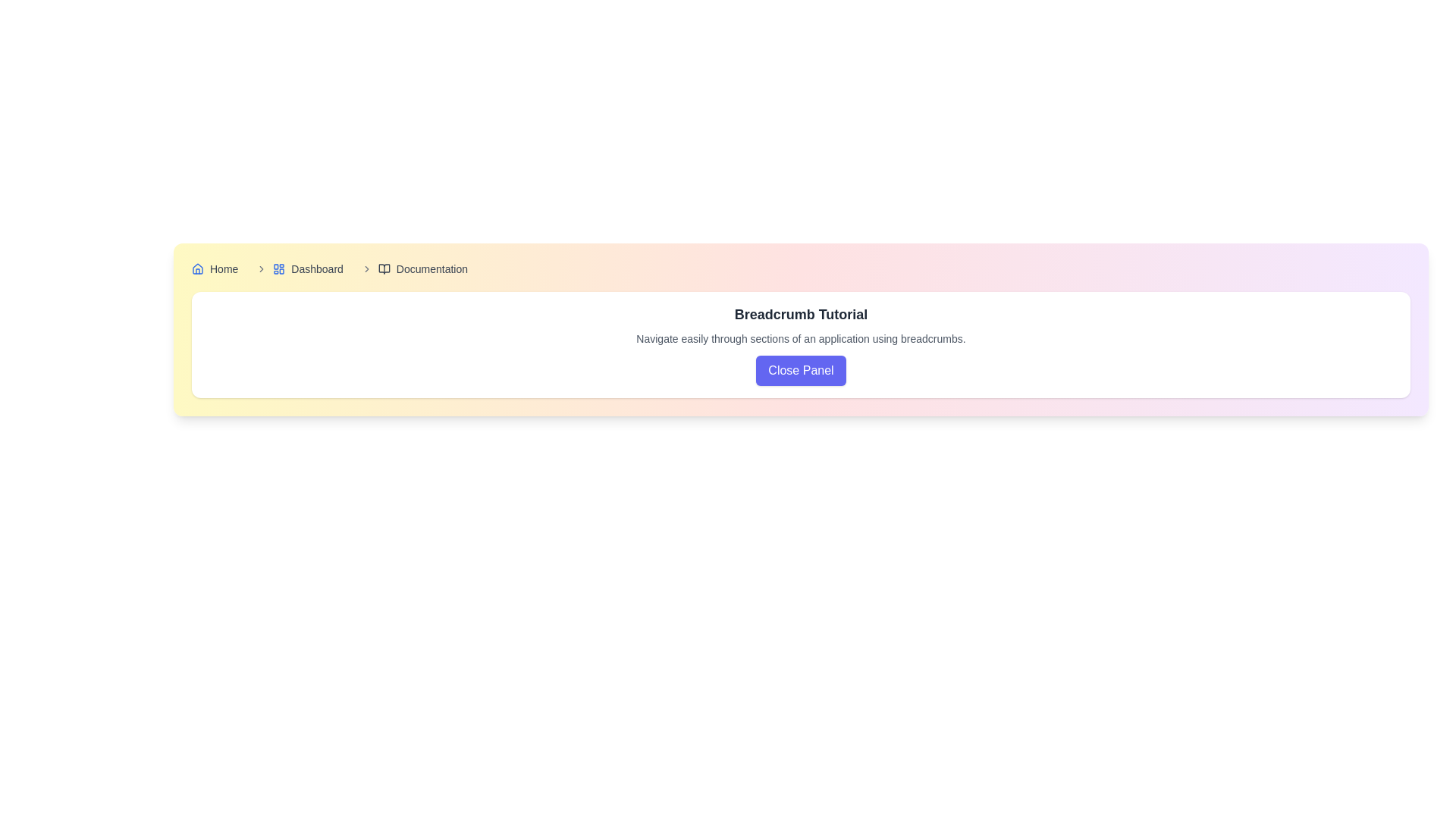 The height and width of the screenshot is (819, 1456). I want to click on the open book icon in the breadcrumb navigation located next to the 'Documentation' text label, so click(384, 268).